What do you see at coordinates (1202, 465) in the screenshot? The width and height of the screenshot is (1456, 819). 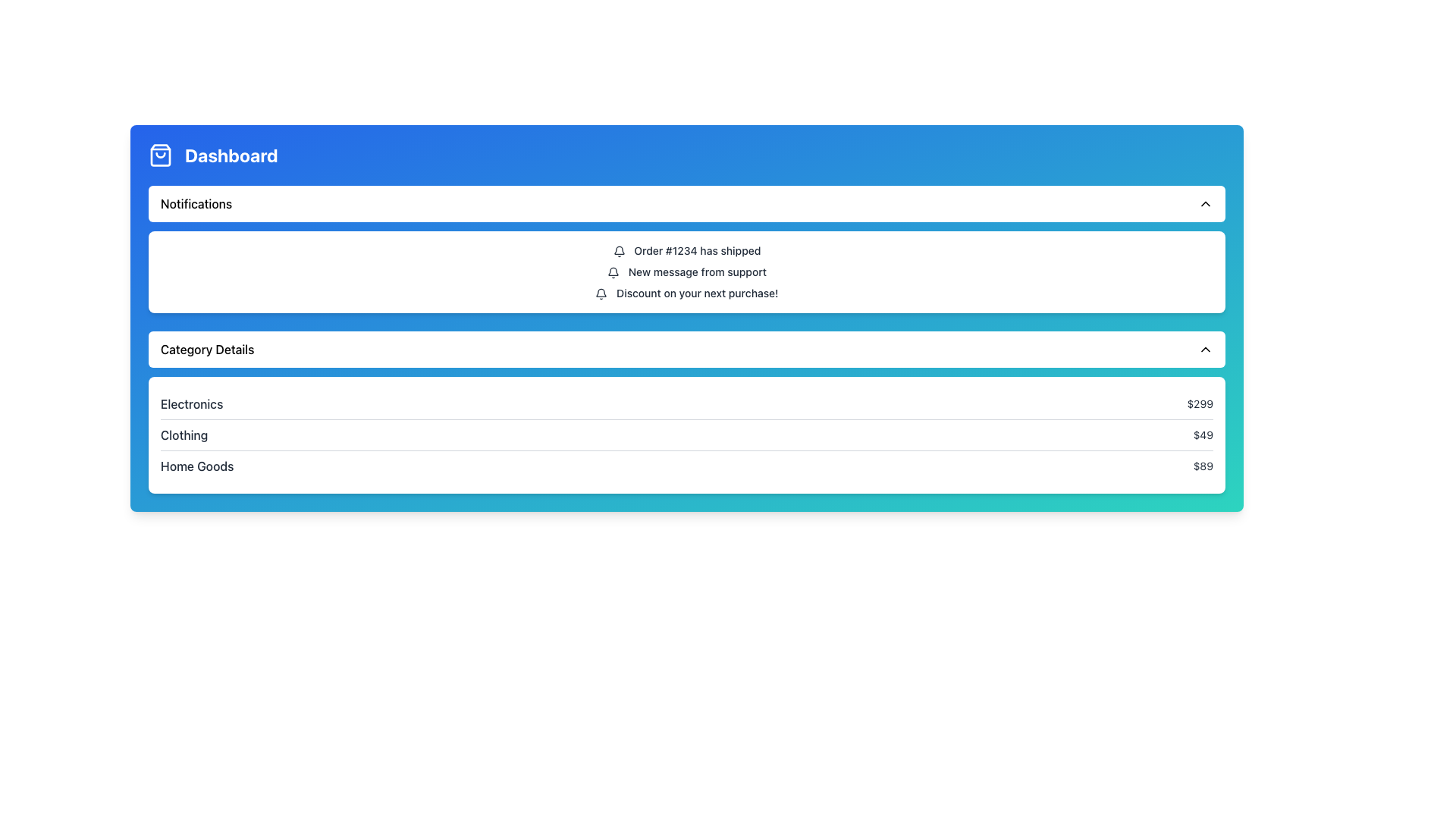 I see `the text label displaying the price "$89", which is located at the far right side of the "Home Goods" row in the "Category Details" list` at bounding box center [1202, 465].